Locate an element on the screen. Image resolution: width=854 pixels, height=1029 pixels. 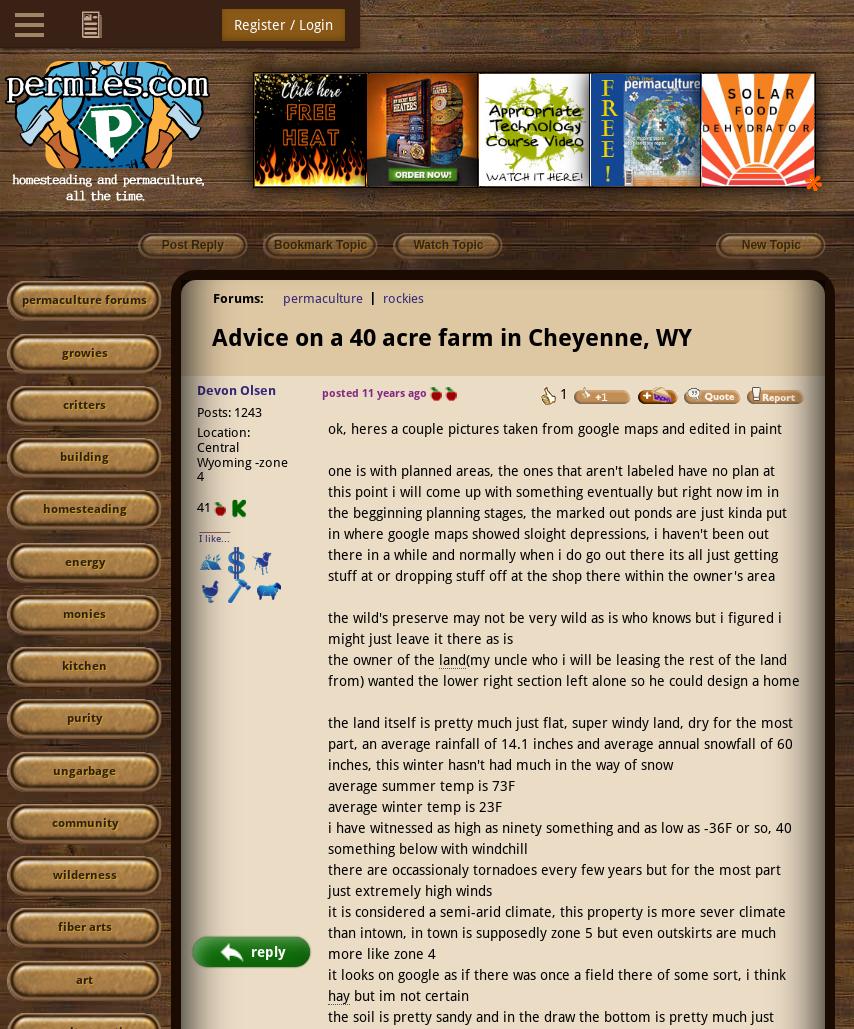
'community' is located at coordinates (83, 820).